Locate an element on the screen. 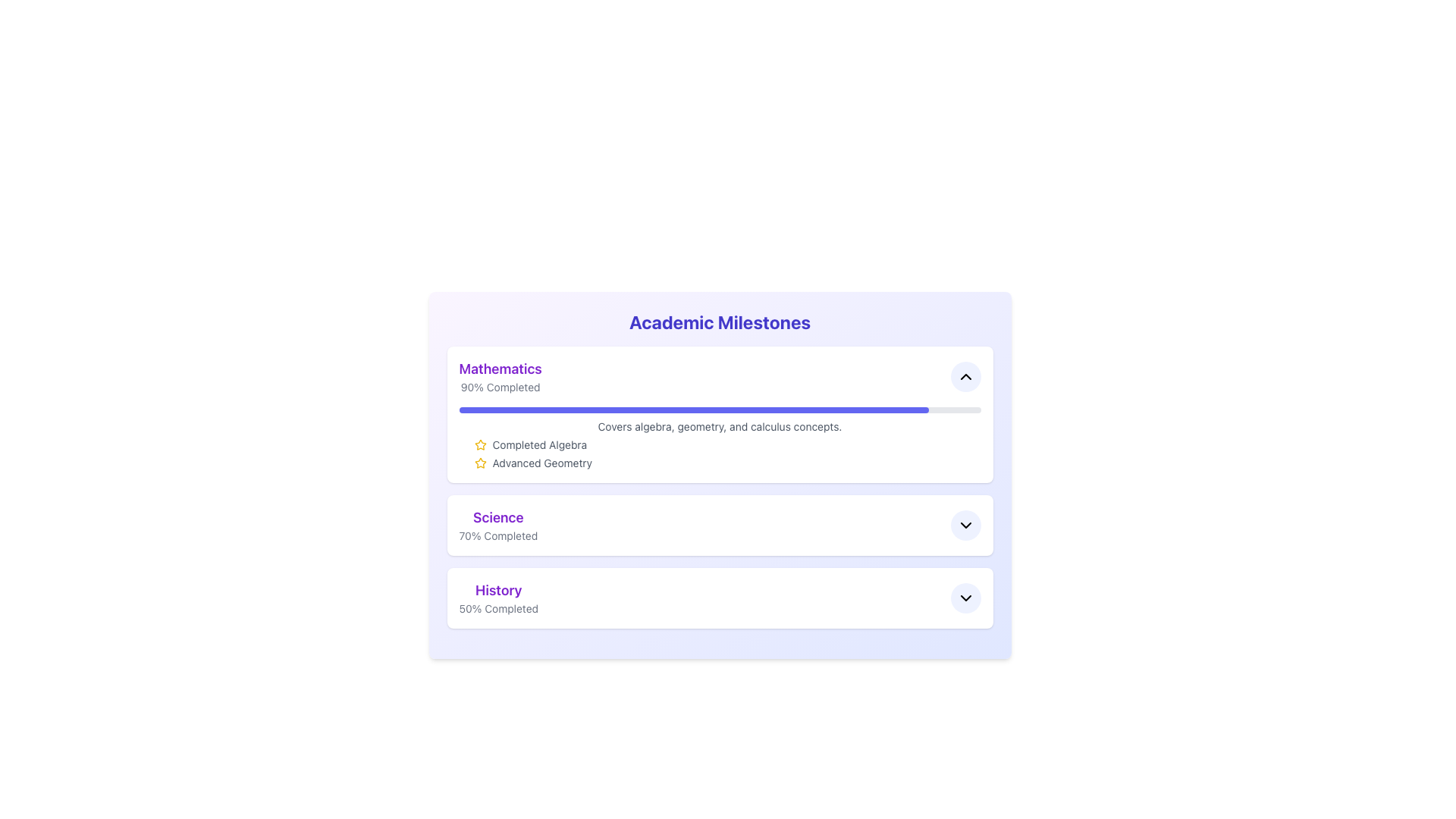 The width and height of the screenshot is (1456, 819). the circular button with a light indigo background and a downward-pointing chevron icon is located at coordinates (965, 525).